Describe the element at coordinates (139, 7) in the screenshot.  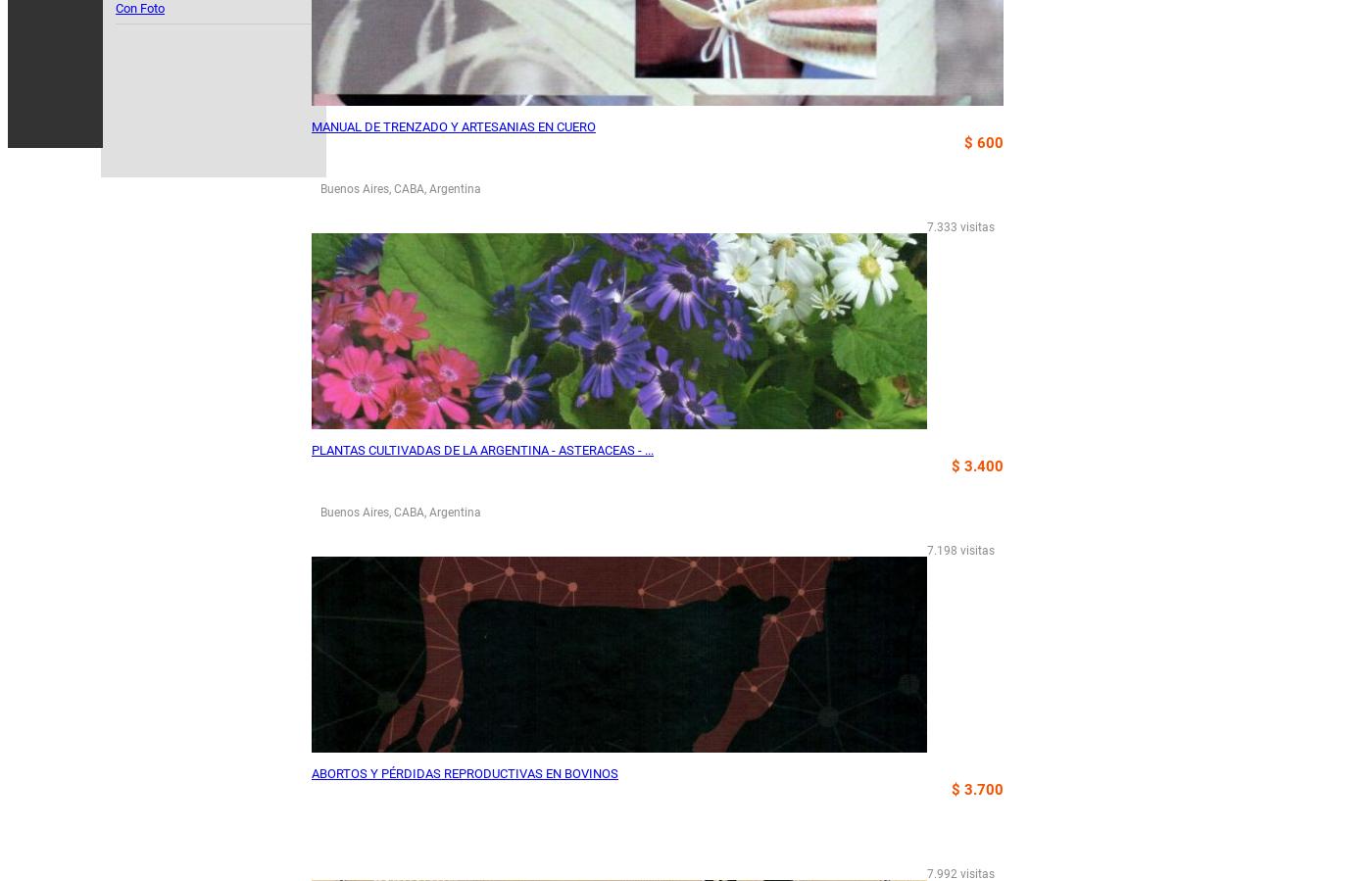
I see `'Con Foto'` at that location.